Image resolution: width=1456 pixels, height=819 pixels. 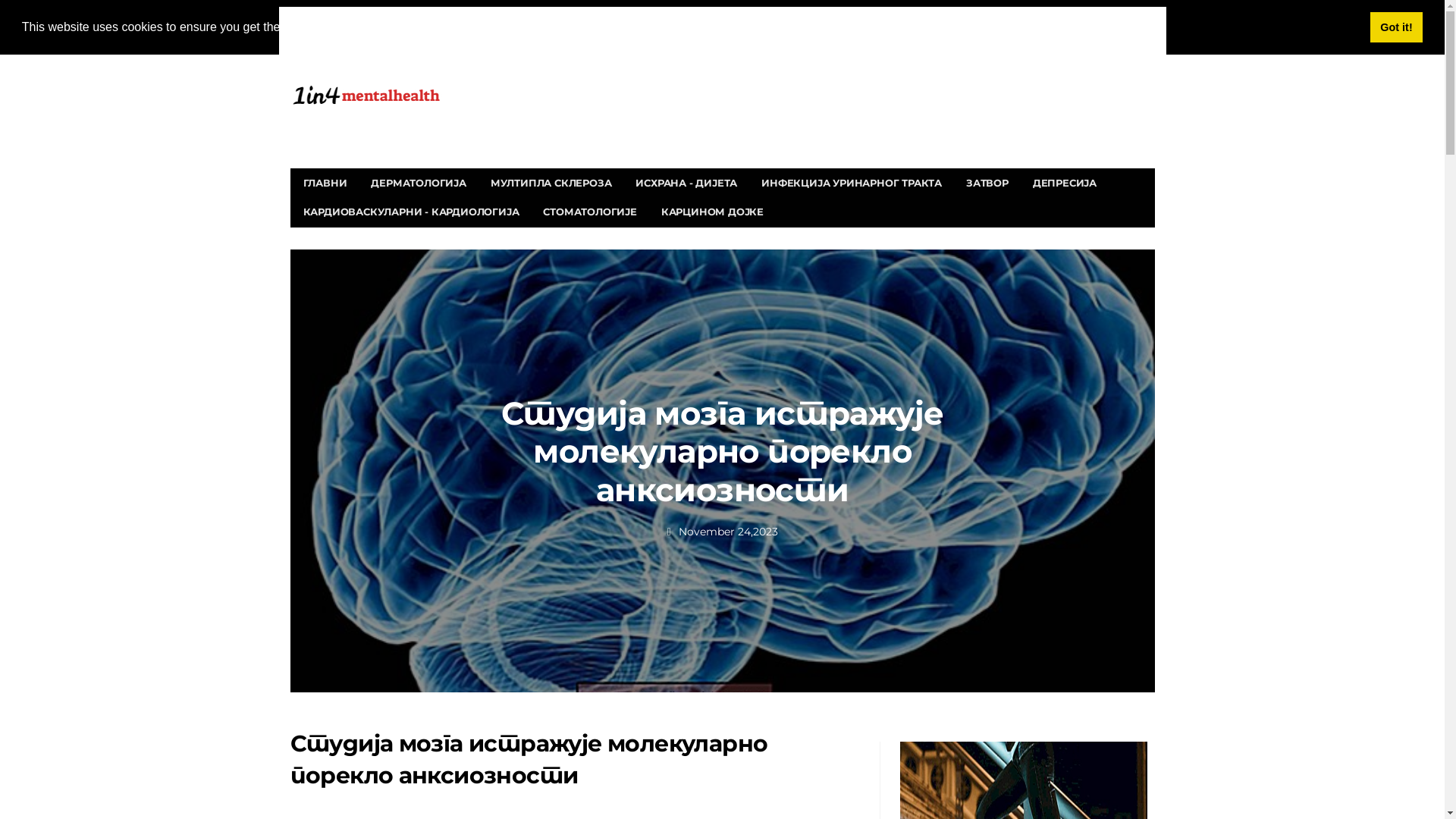 What do you see at coordinates (1370, 27) in the screenshot?
I see `'Got it!'` at bounding box center [1370, 27].